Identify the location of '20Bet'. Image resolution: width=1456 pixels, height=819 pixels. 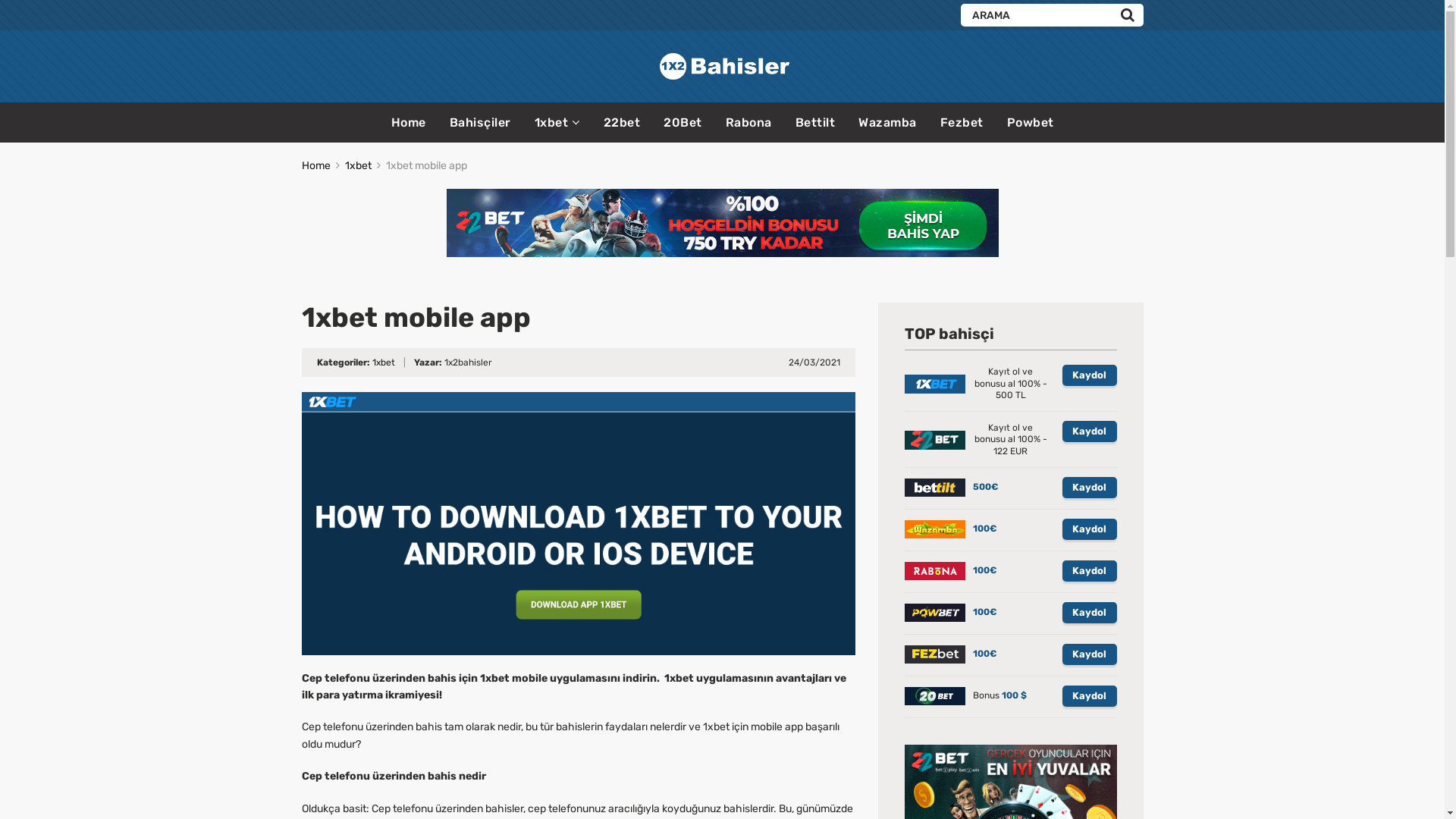
(682, 122).